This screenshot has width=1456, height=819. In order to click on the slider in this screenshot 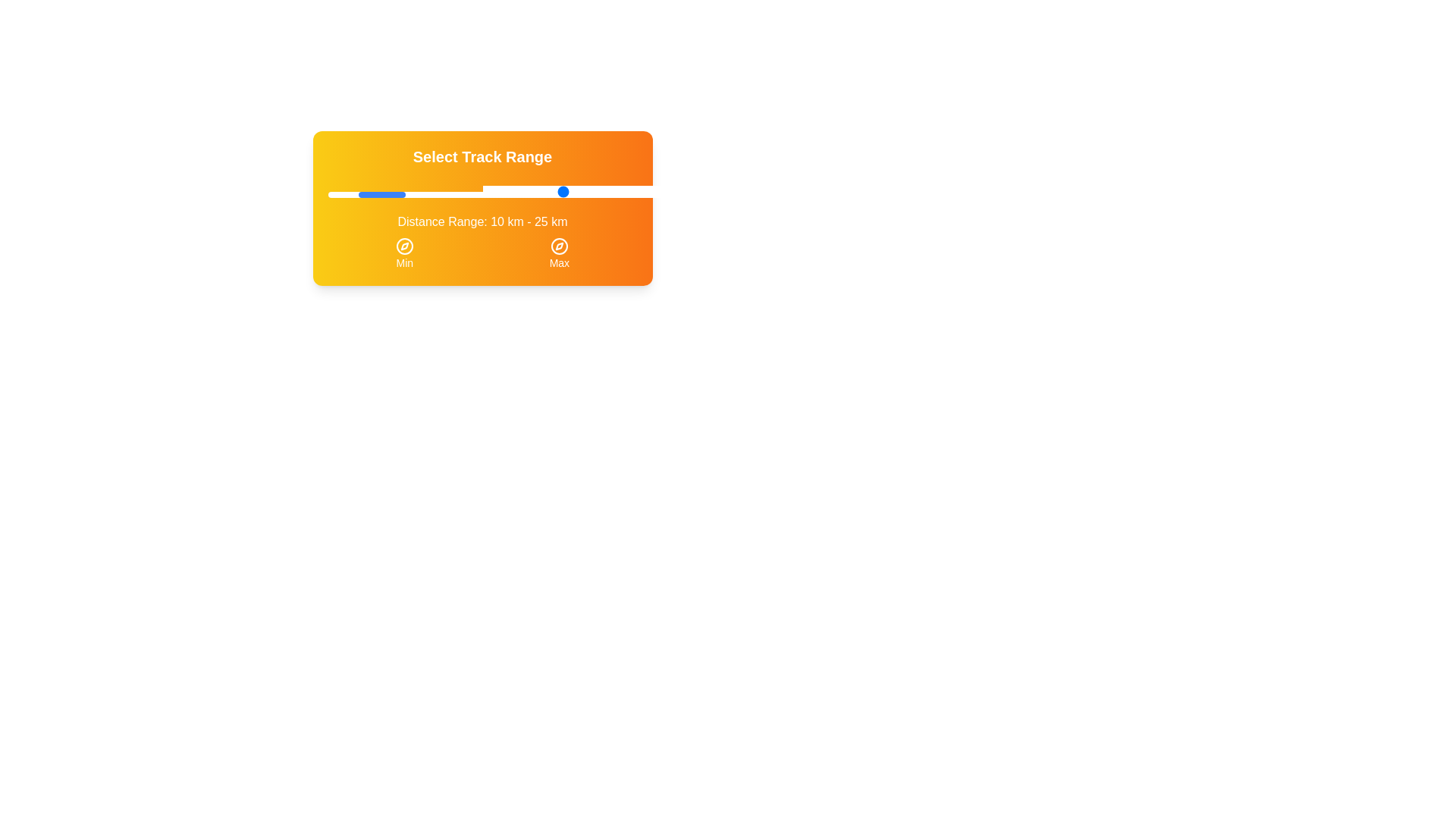, I will do `click(665, 191)`.